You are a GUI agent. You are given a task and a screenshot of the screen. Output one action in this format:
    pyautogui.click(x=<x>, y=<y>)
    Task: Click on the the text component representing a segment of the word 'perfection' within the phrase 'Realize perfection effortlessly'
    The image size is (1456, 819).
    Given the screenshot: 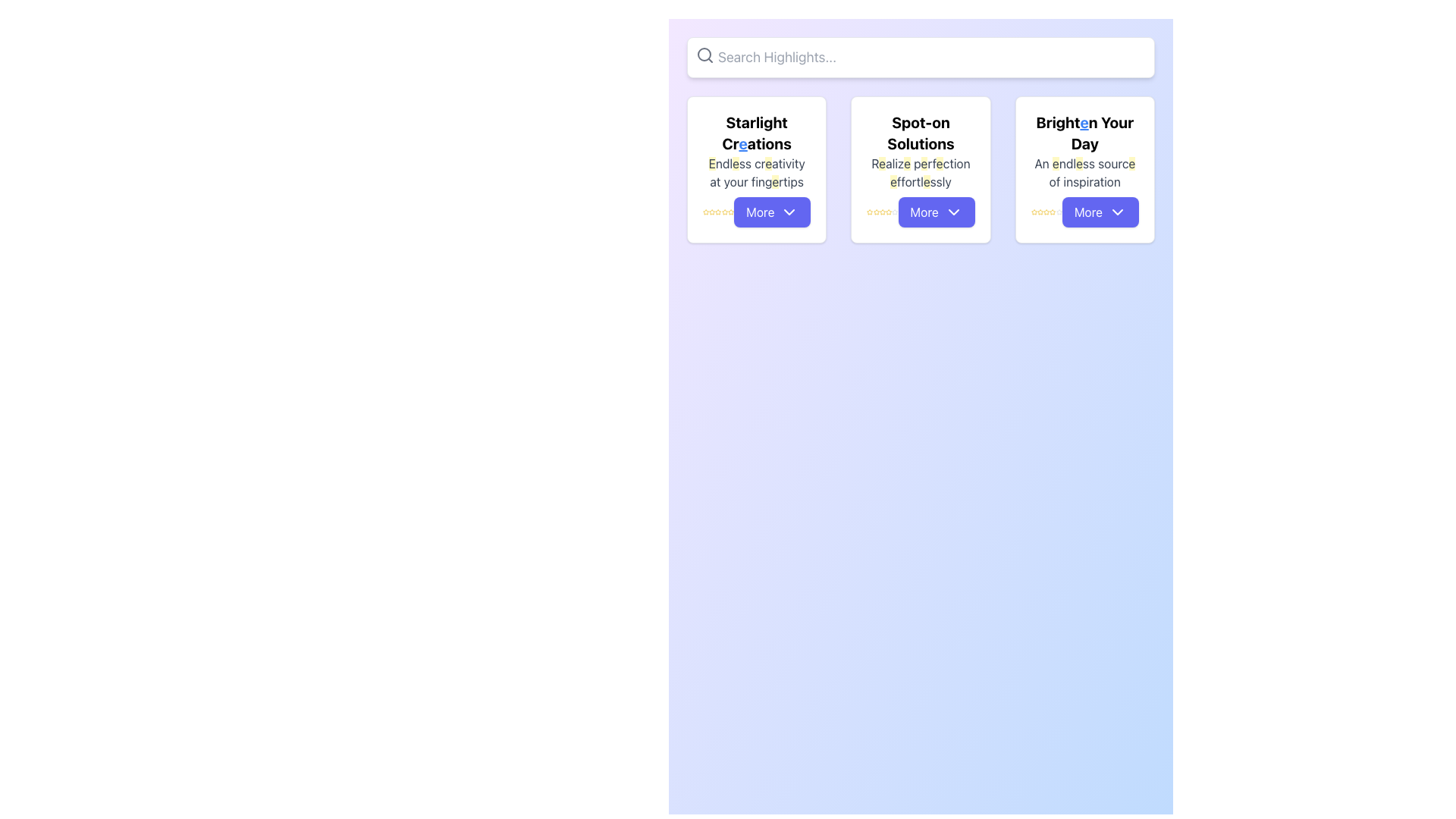 What is the action you would take?
    pyautogui.click(x=930, y=164)
    